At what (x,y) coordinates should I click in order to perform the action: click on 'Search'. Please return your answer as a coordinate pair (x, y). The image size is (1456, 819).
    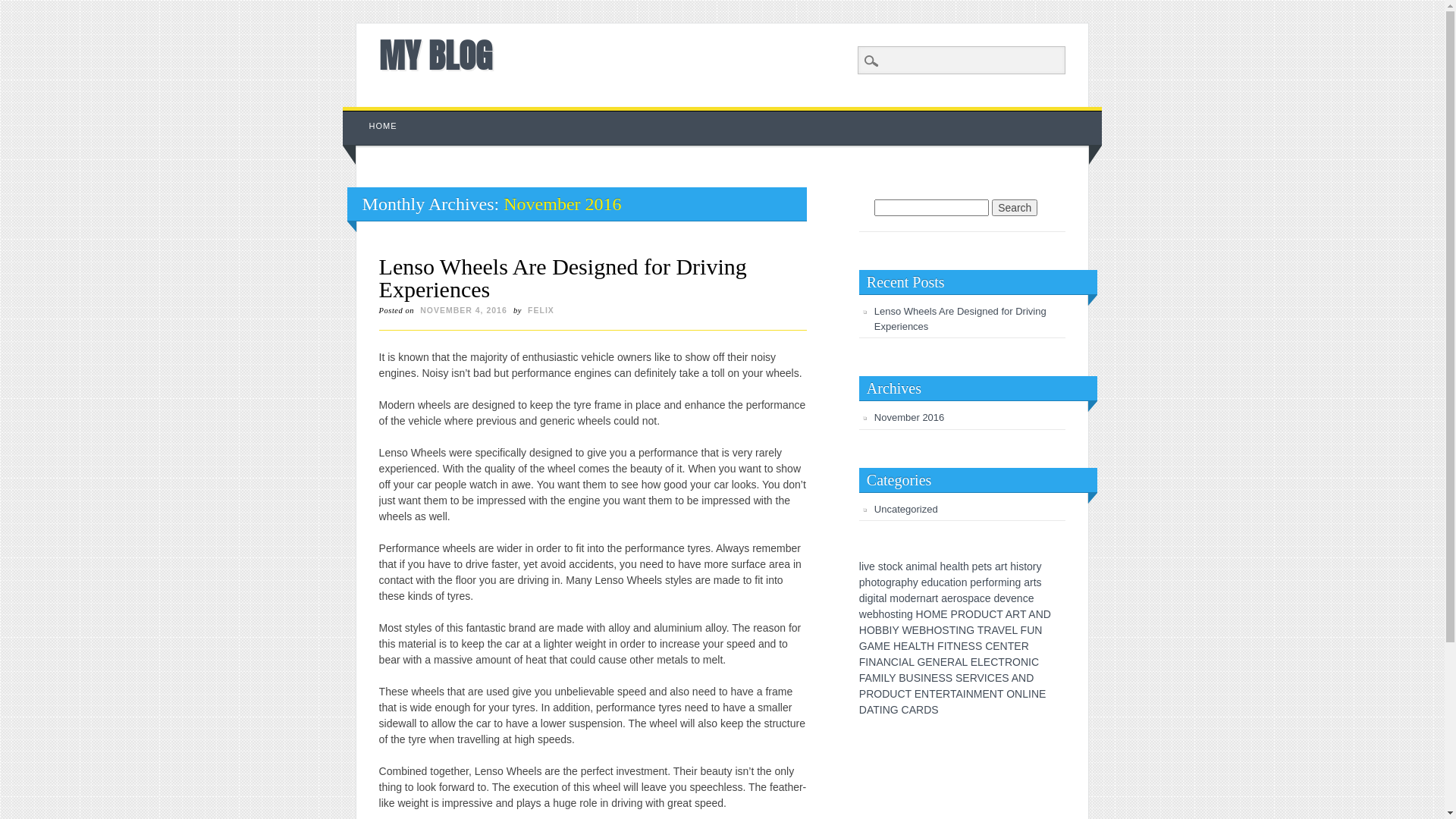
    Looking at the image, I should click on (22, 8).